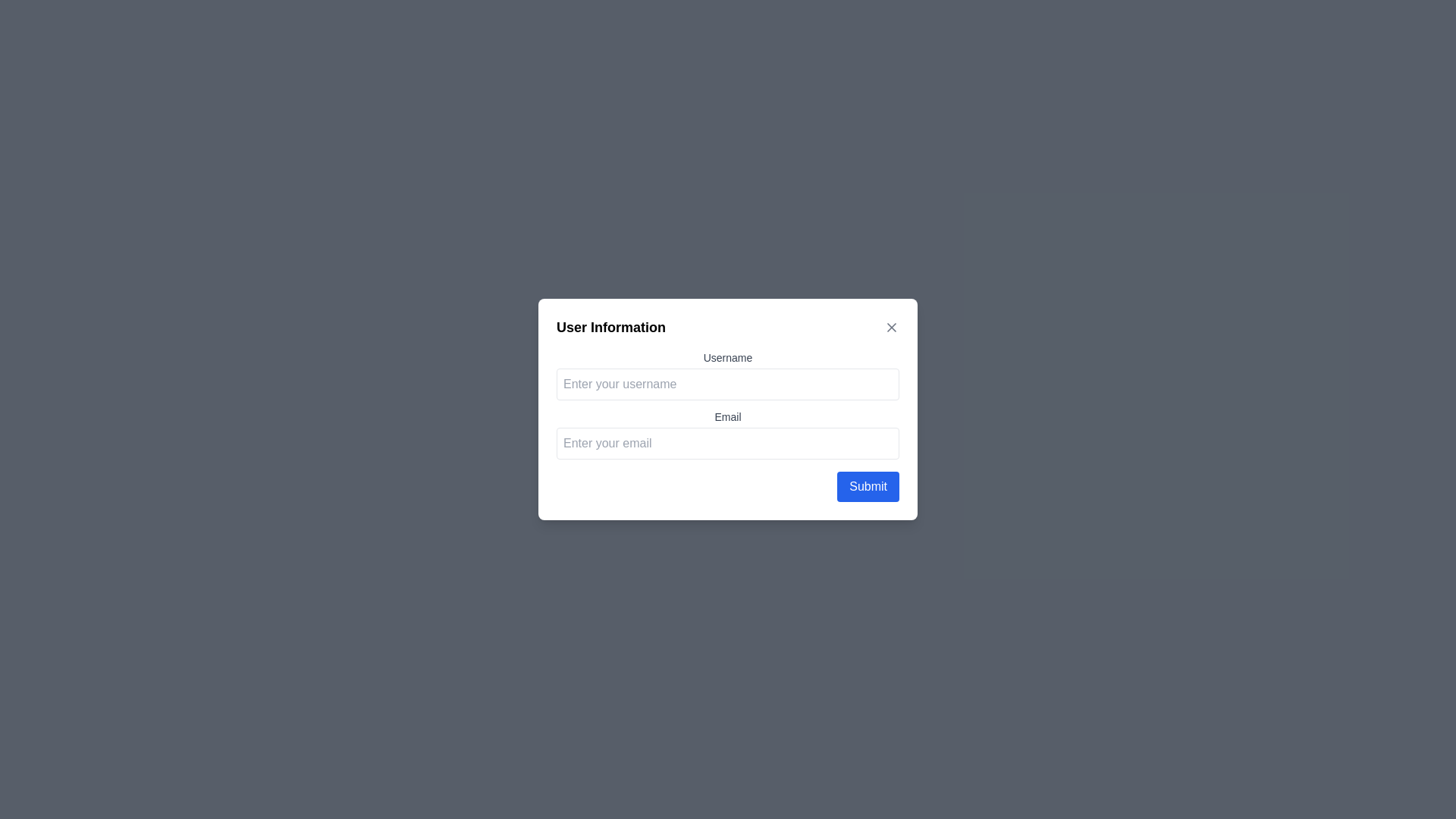 The height and width of the screenshot is (819, 1456). Describe the element at coordinates (868, 486) in the screenshot. I see `the 'Submit' button, which is a rectangular button with rounded corners, blue background, and white text, located at the bottom-right corner of the user input form` at that location.